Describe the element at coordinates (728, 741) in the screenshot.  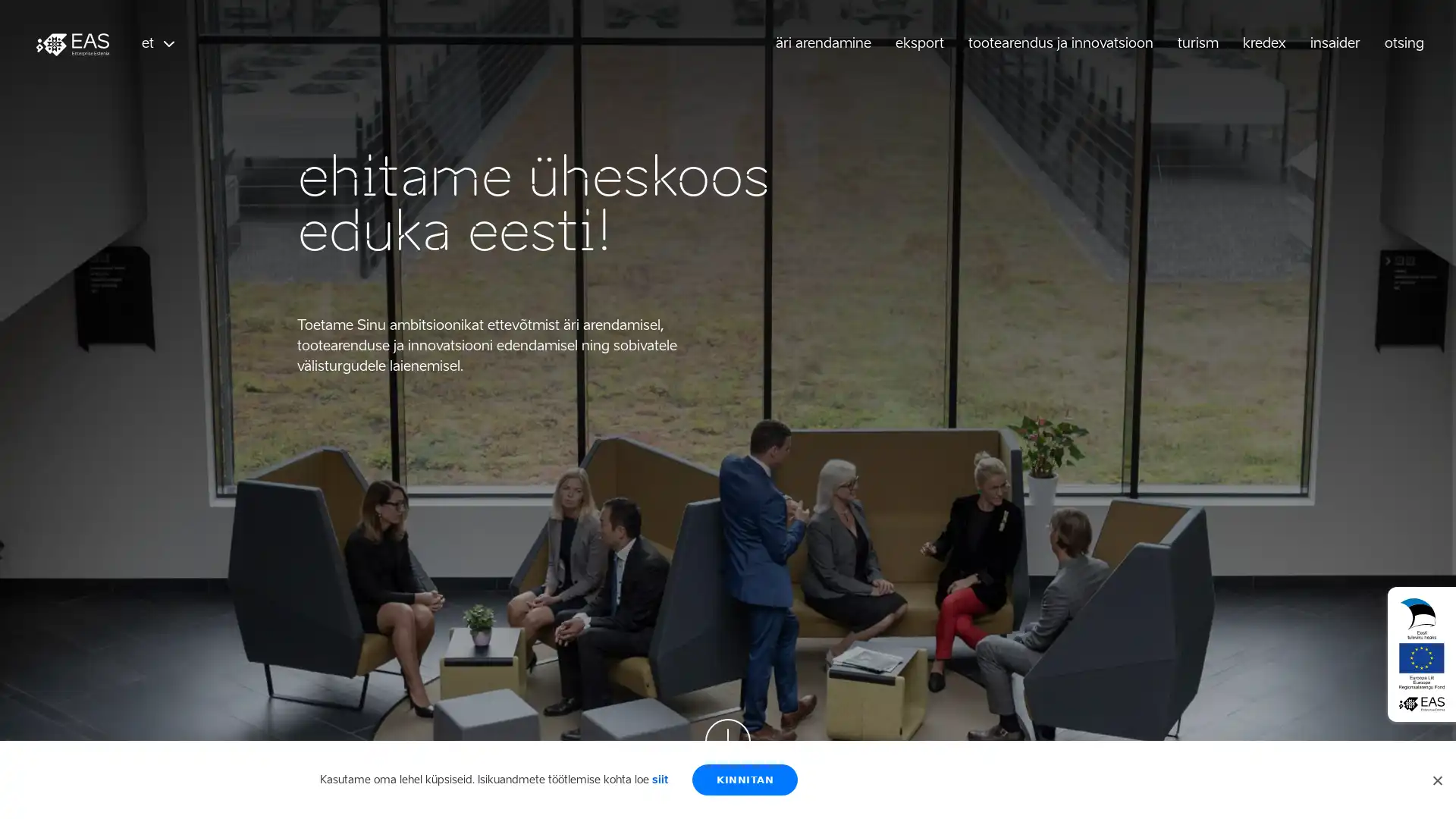
I see `Scroll down` at that location.